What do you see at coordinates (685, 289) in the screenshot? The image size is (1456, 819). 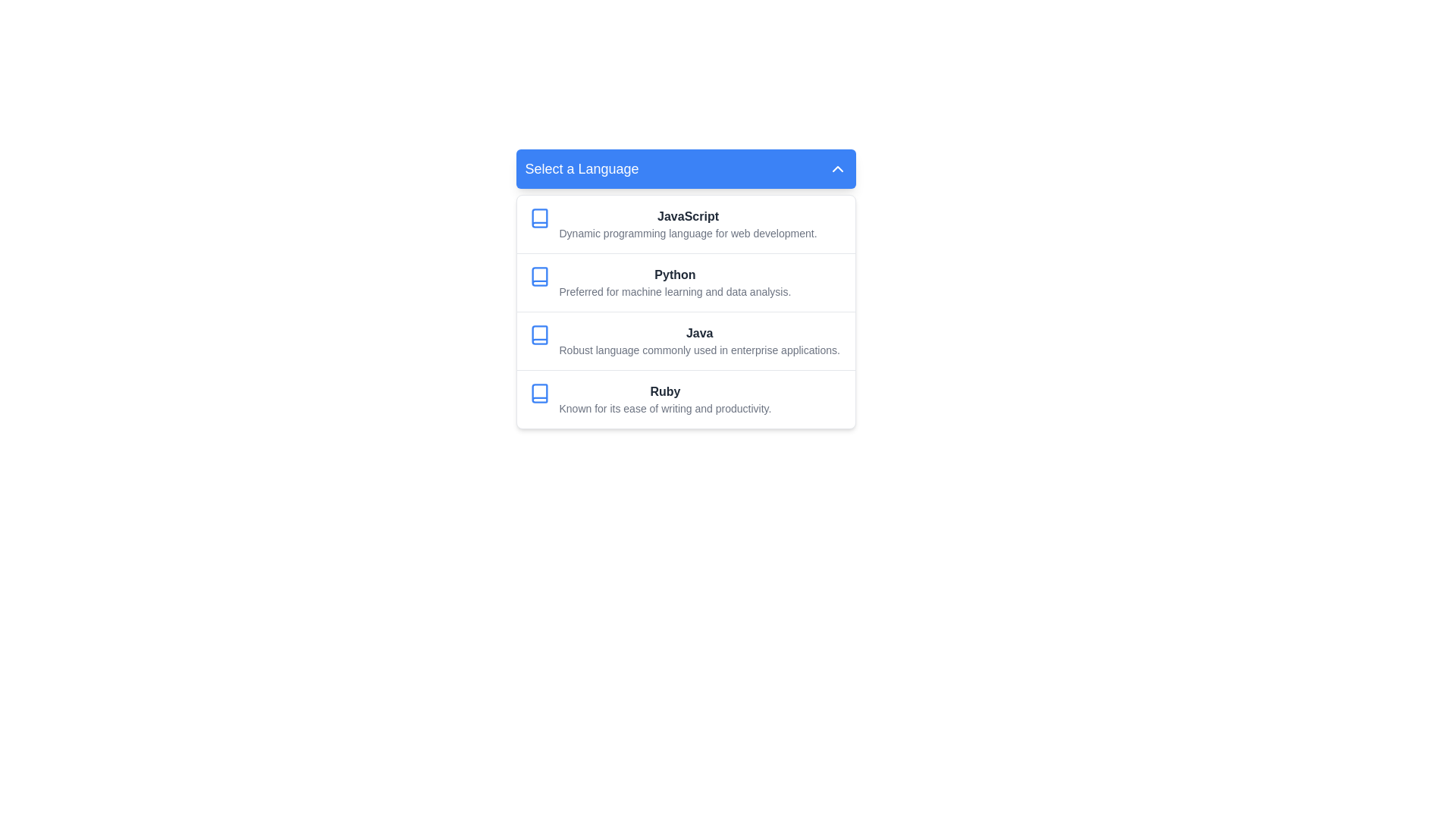 I see `the blue icons in the 'Select a Language' dropdown menu to interact with the options available: 'JavaScript', 'Python', 'Java', and 'Ruby'` at bounding box center [685, 289].